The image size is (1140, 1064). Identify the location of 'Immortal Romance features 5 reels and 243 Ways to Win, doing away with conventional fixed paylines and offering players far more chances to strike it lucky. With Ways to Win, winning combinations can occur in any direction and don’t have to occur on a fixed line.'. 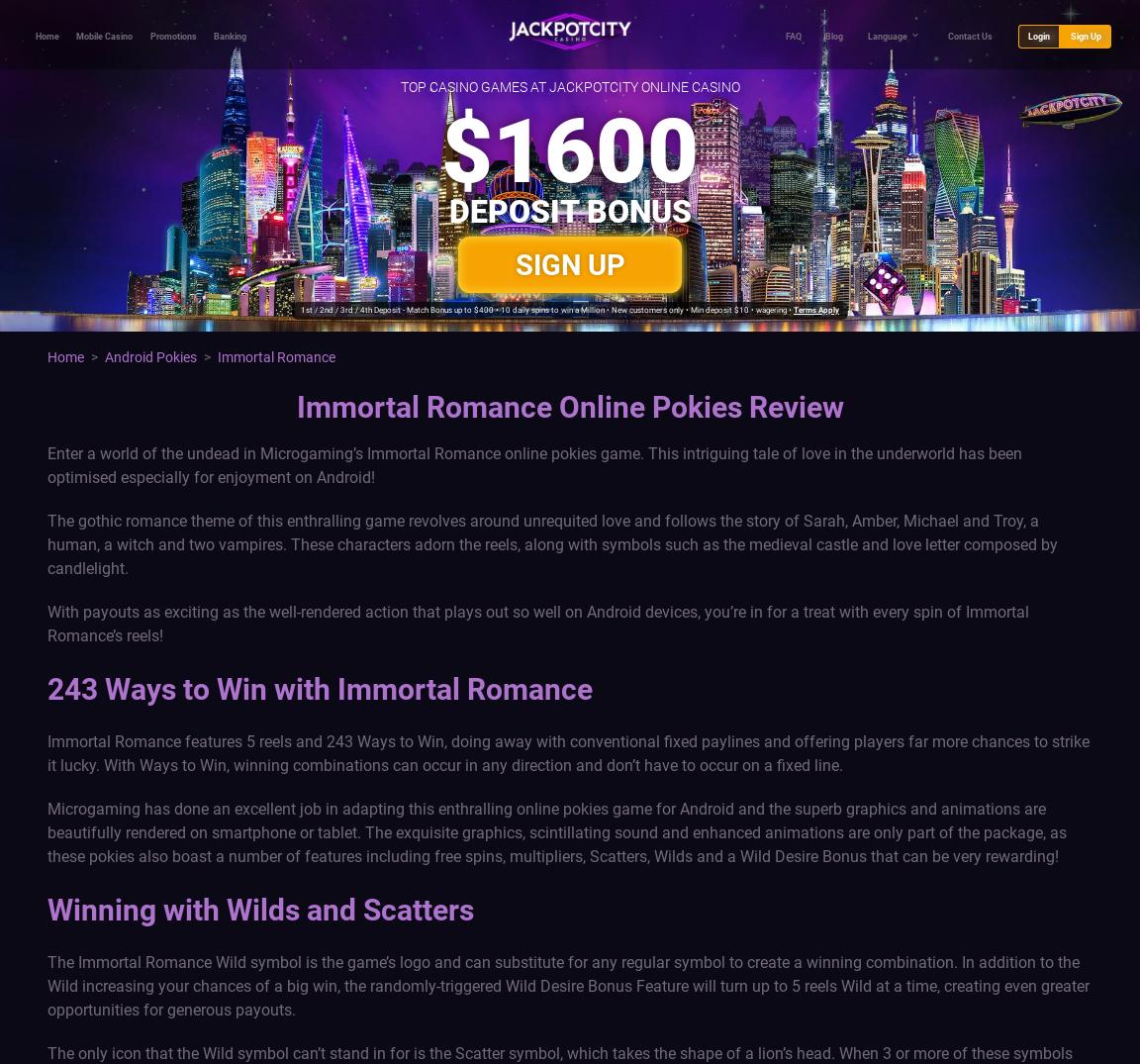
(47, 752).